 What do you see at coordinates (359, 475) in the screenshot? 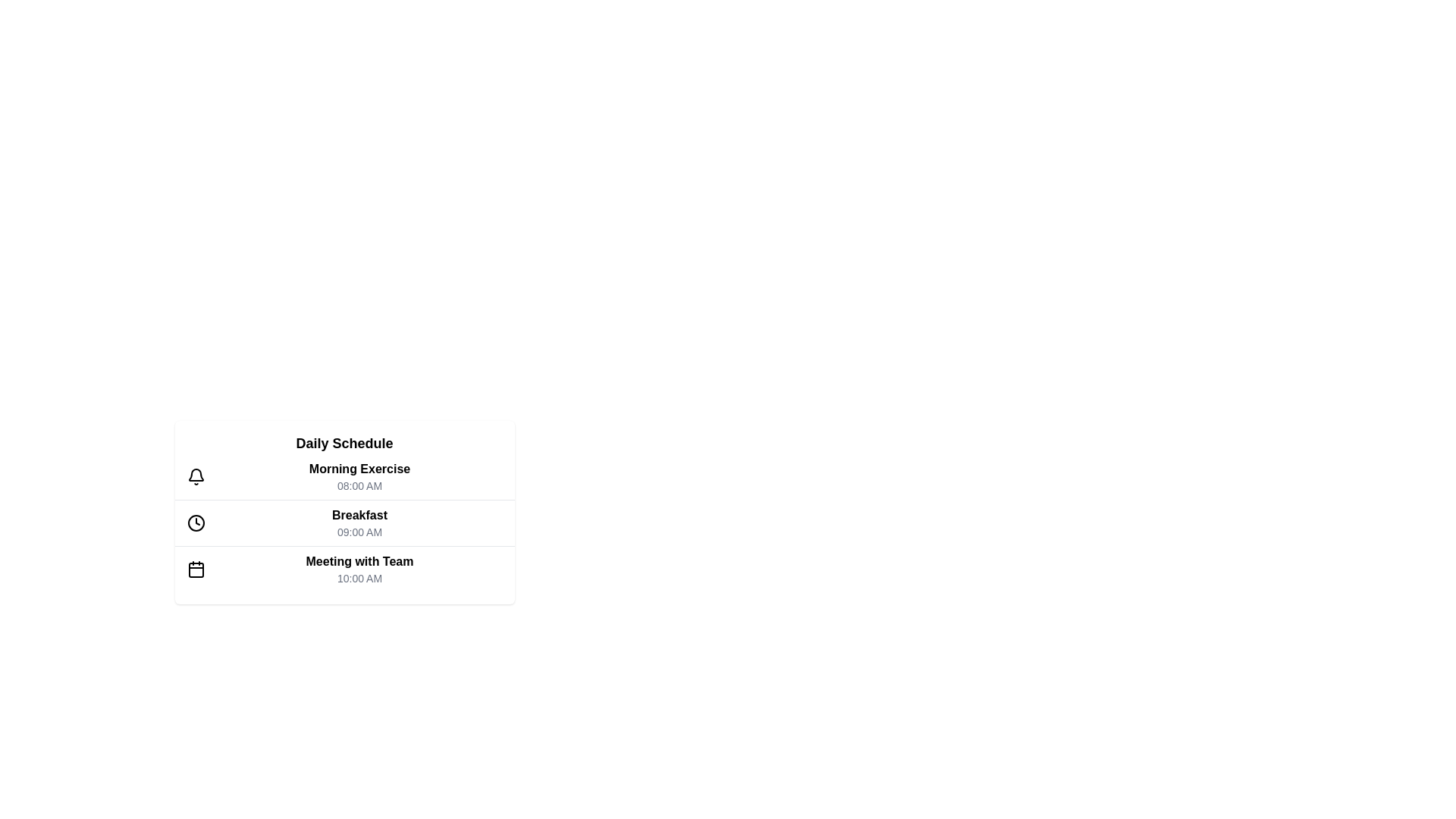
I see `the first list item in the daily schedule that describes the activity 'Morning Exercise' at '08:00 AM'` at bounding box center [359, 475].